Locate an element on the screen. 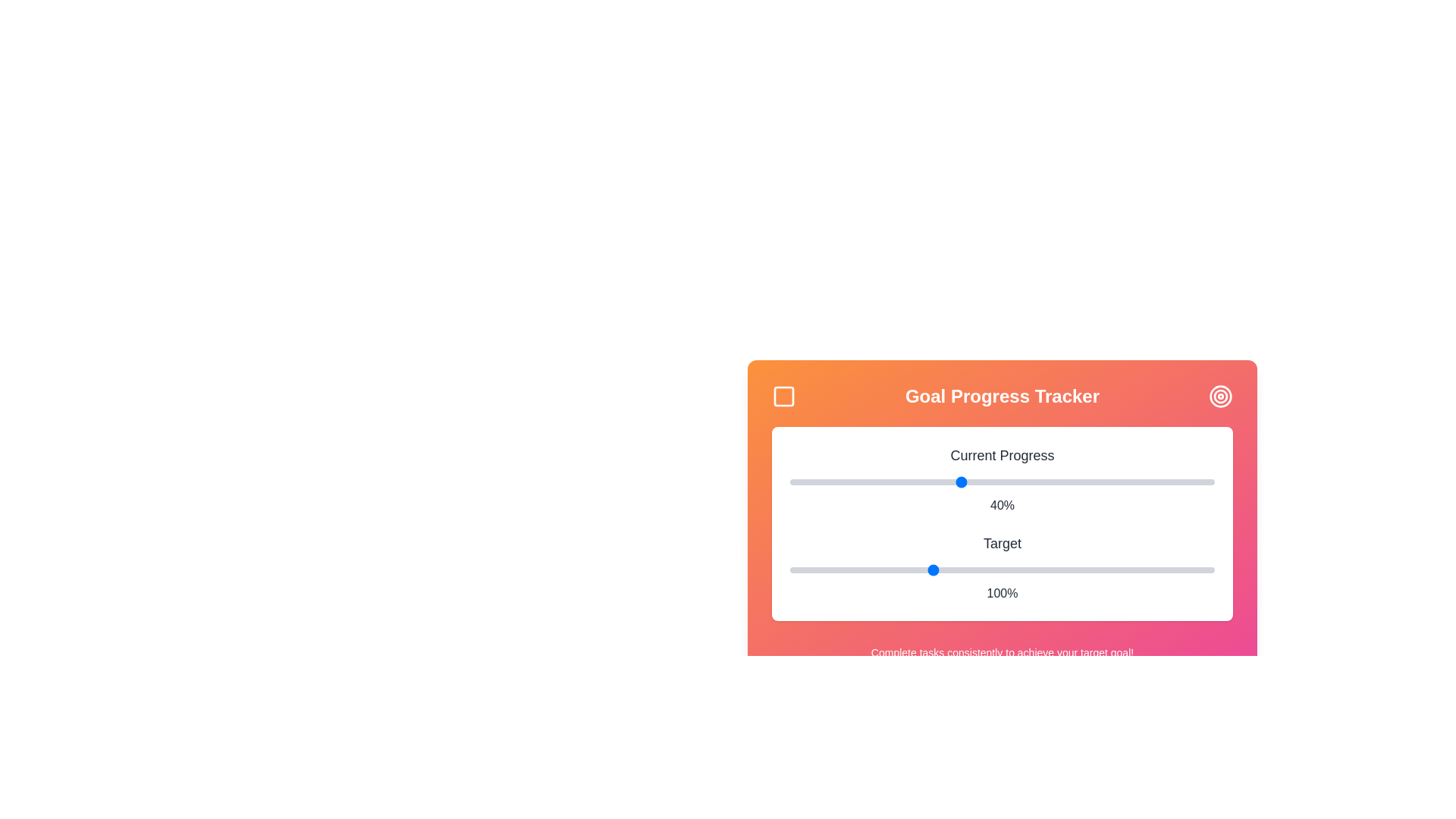 Image resolution: width=1456 pixels, height=819 pixels. the 'Target' slider to set its value to 115 is located at coordinates (974, 570).